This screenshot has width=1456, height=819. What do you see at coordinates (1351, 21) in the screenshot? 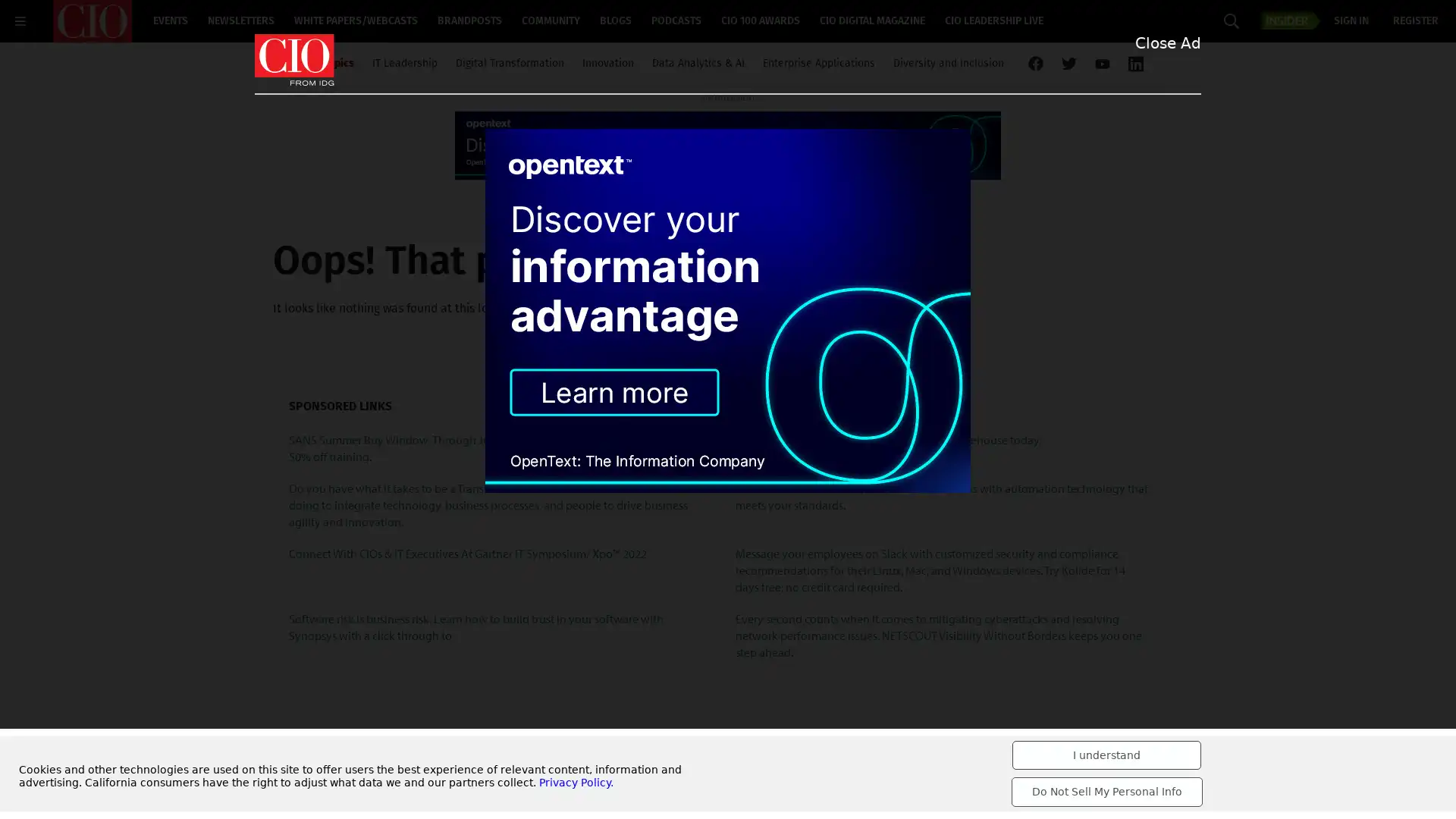
I see `SIGN IN` at bounding box center [1351, 21].